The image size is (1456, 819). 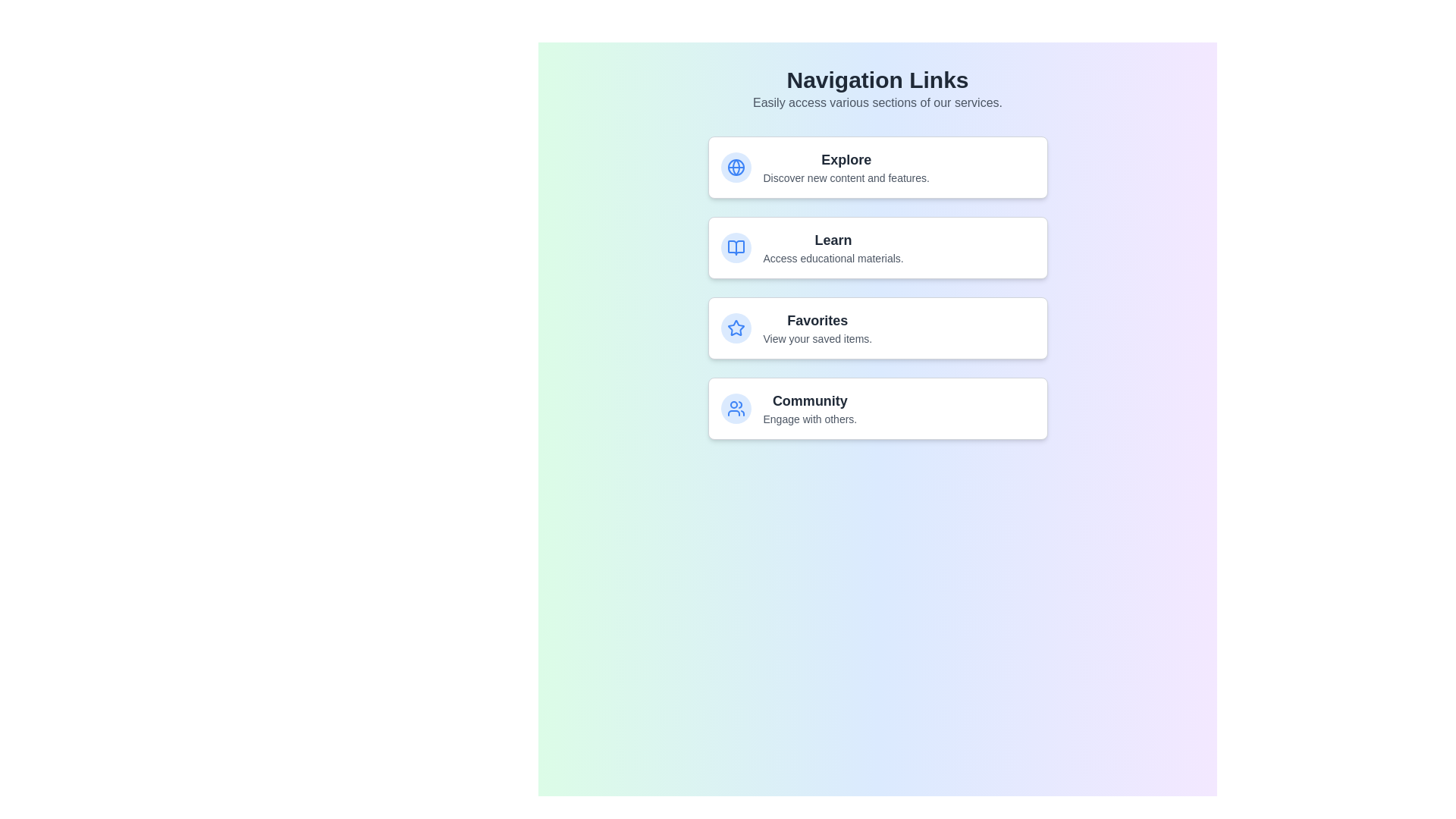 What do you see at coordinates (877, 408) in the screenshot?
I see `the 'Community' card component, which is the fourth item in the grid of navigation links` at bounding box center [877, 408].